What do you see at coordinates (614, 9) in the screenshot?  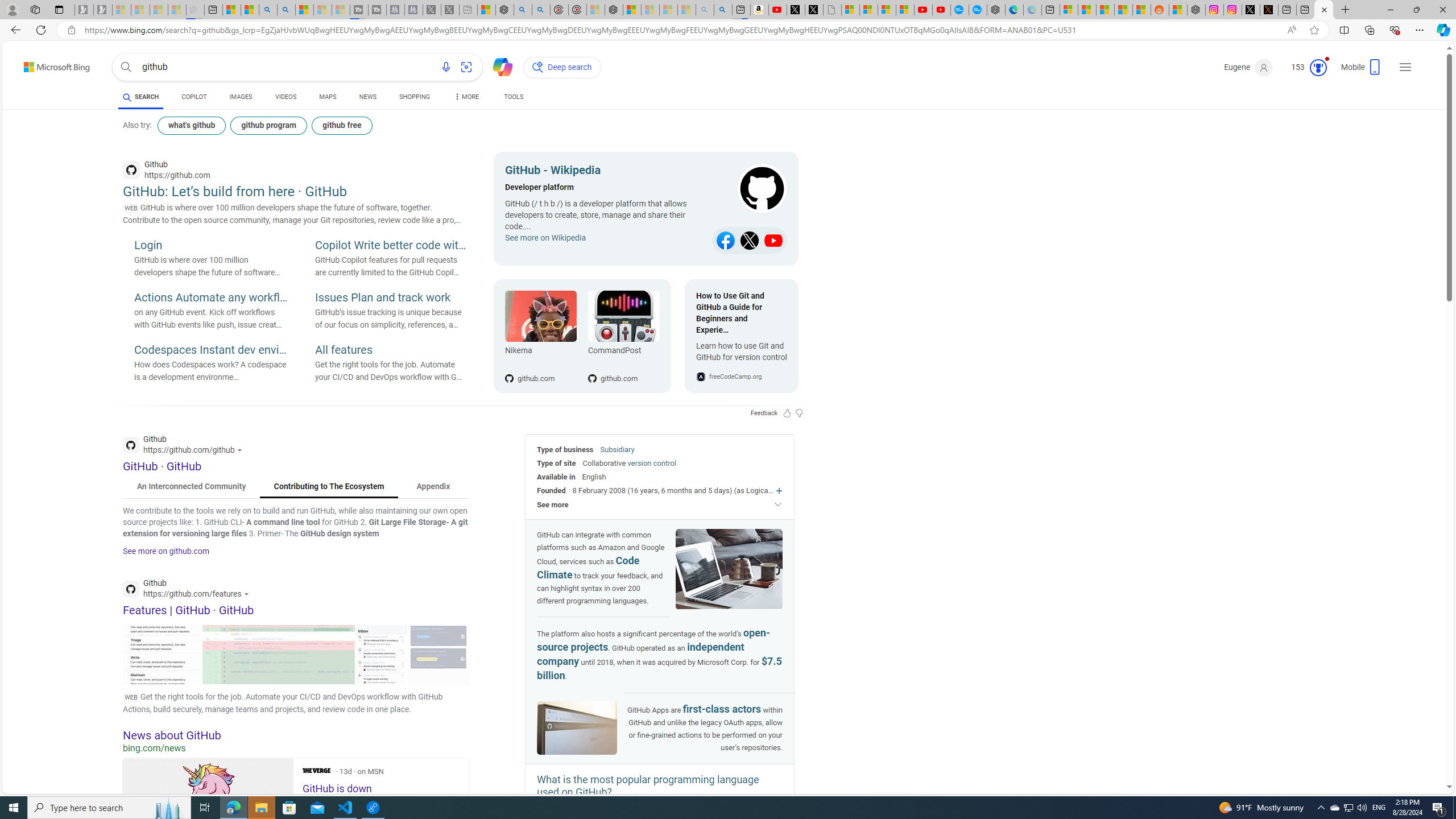 I see `'Nordace - Nordace Siena Is Not An Ordinary Backpack'` at bounding box center [614, 9].